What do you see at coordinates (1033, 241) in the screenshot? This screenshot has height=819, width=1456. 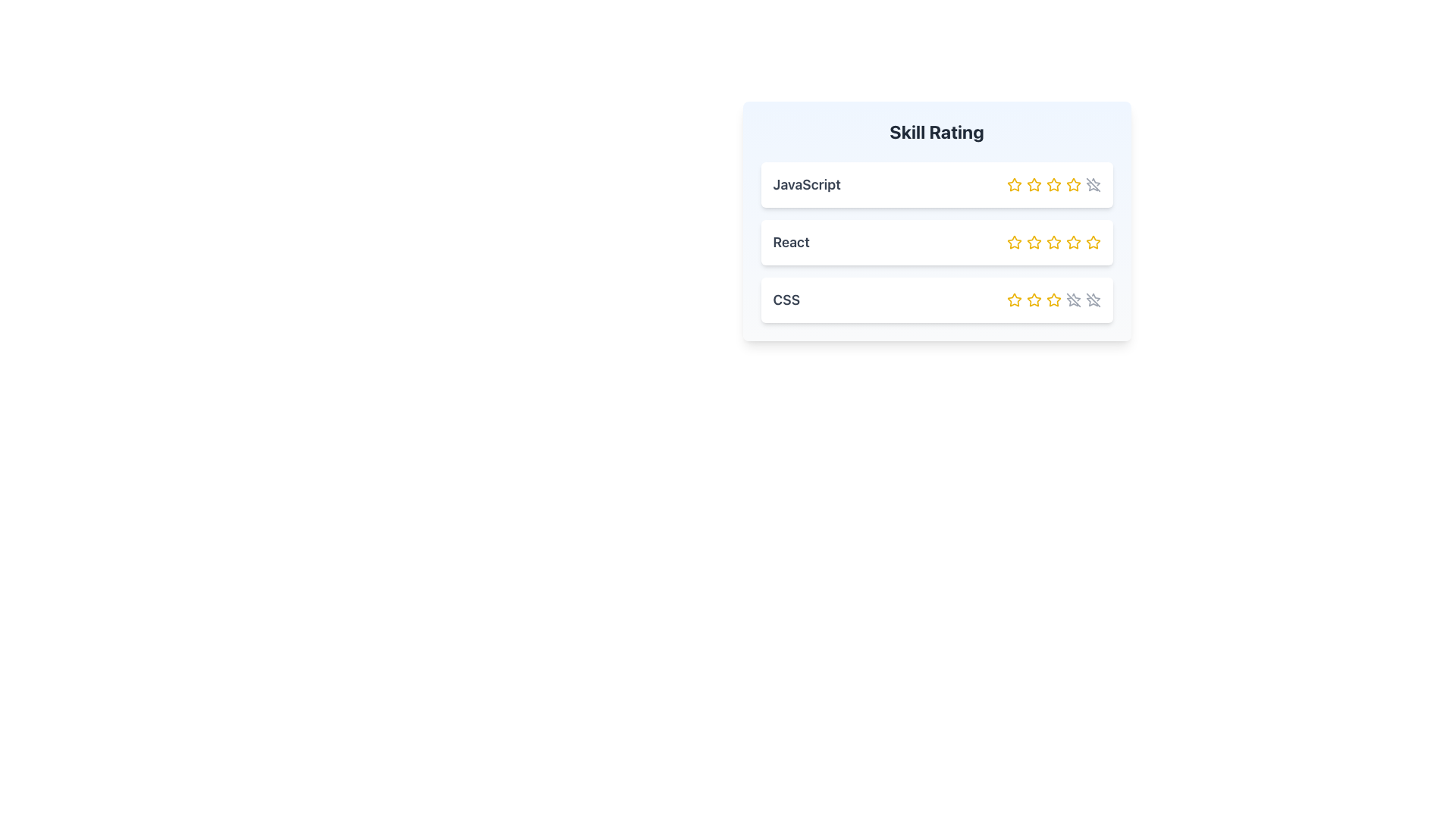 I see `the second star icon in the rating row for the 'React' skill` at bounding box center [1033, 241].